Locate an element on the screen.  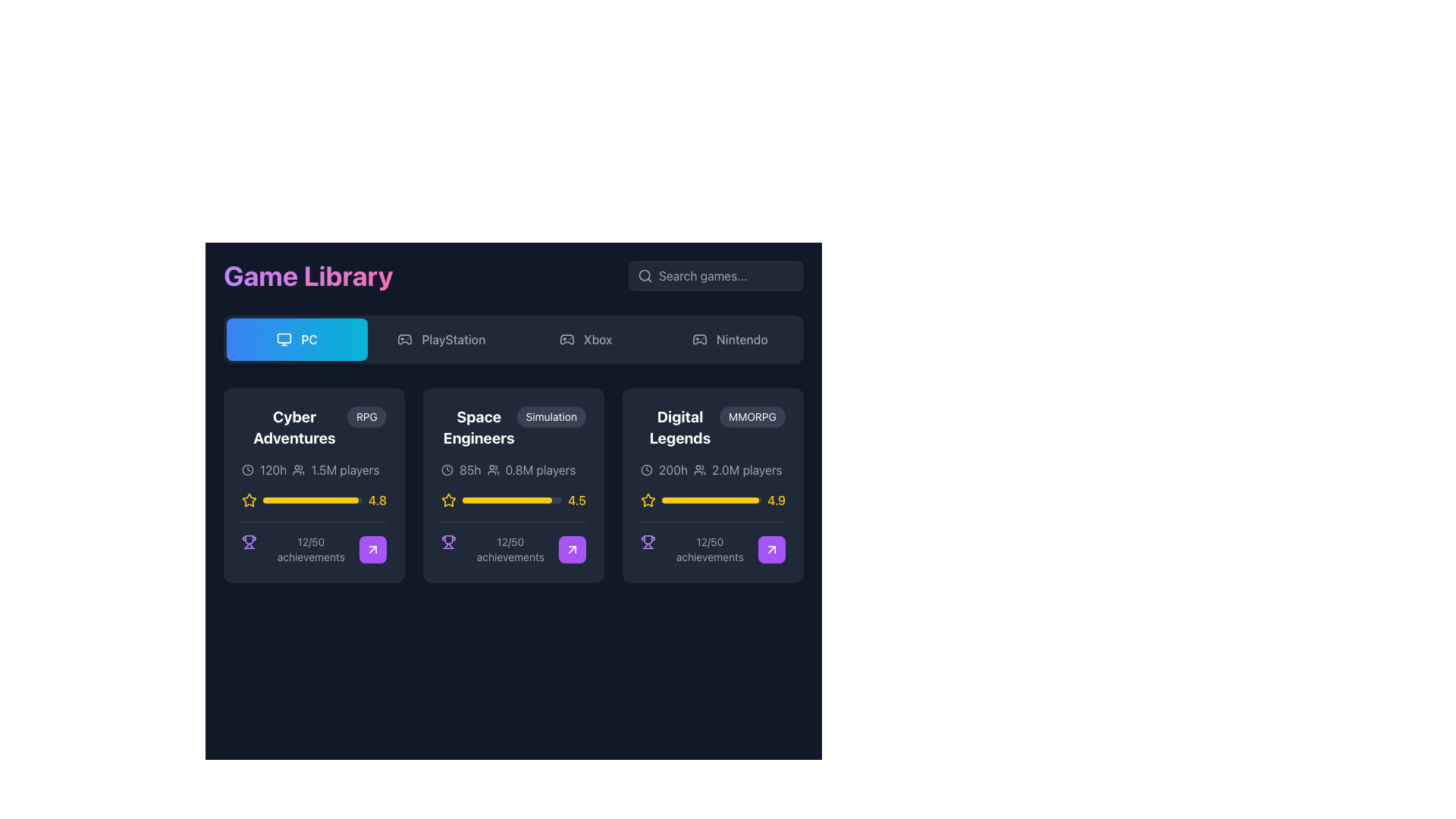
the yellow progress bar of the Rating display component located in the 'Digital Legends' card, which is the rightmost card among three horizontally aligned game cards is located at coordinates (712, 500).